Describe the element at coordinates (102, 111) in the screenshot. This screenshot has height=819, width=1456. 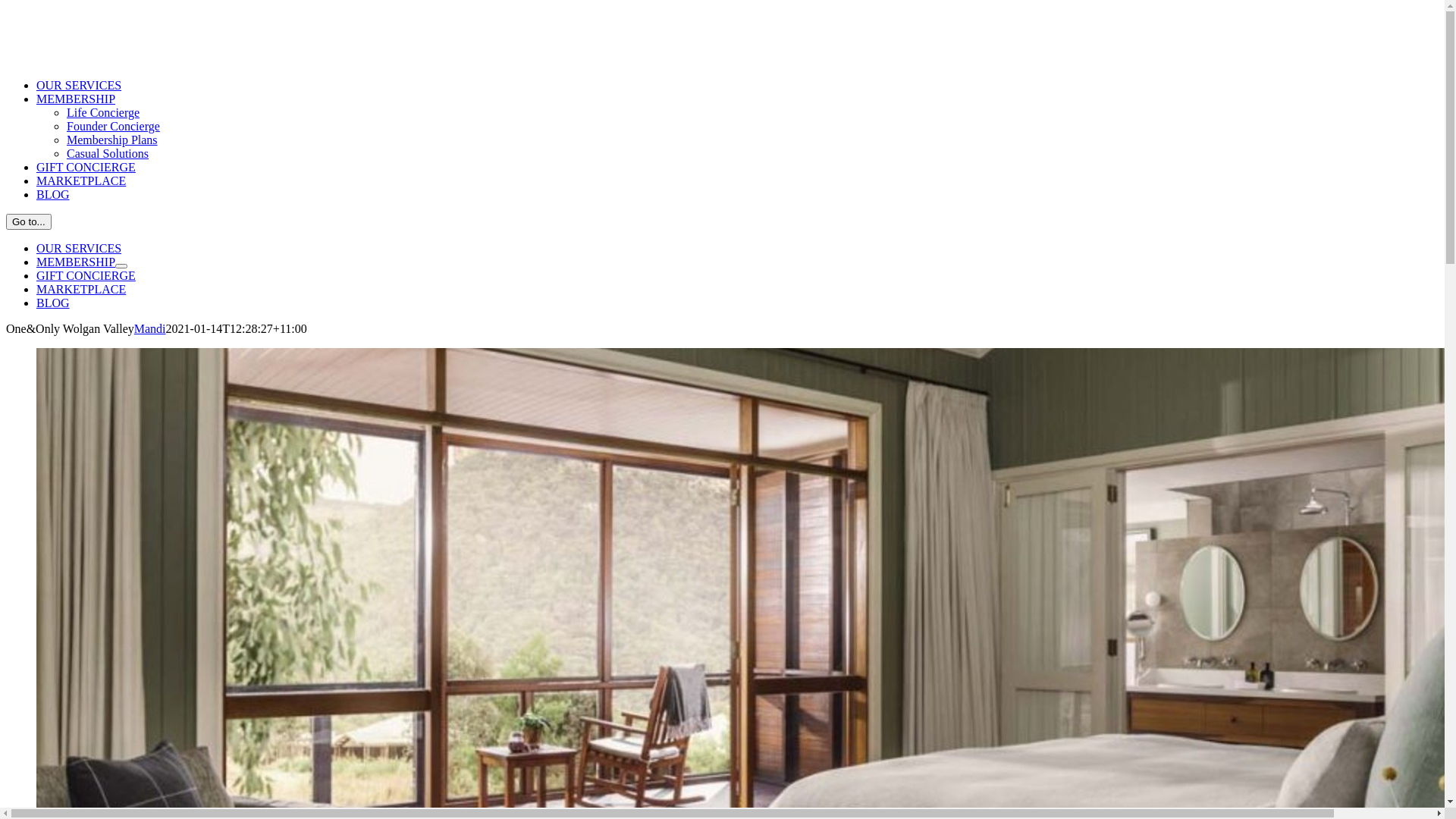
I see `'Life Concierge'` at that location.